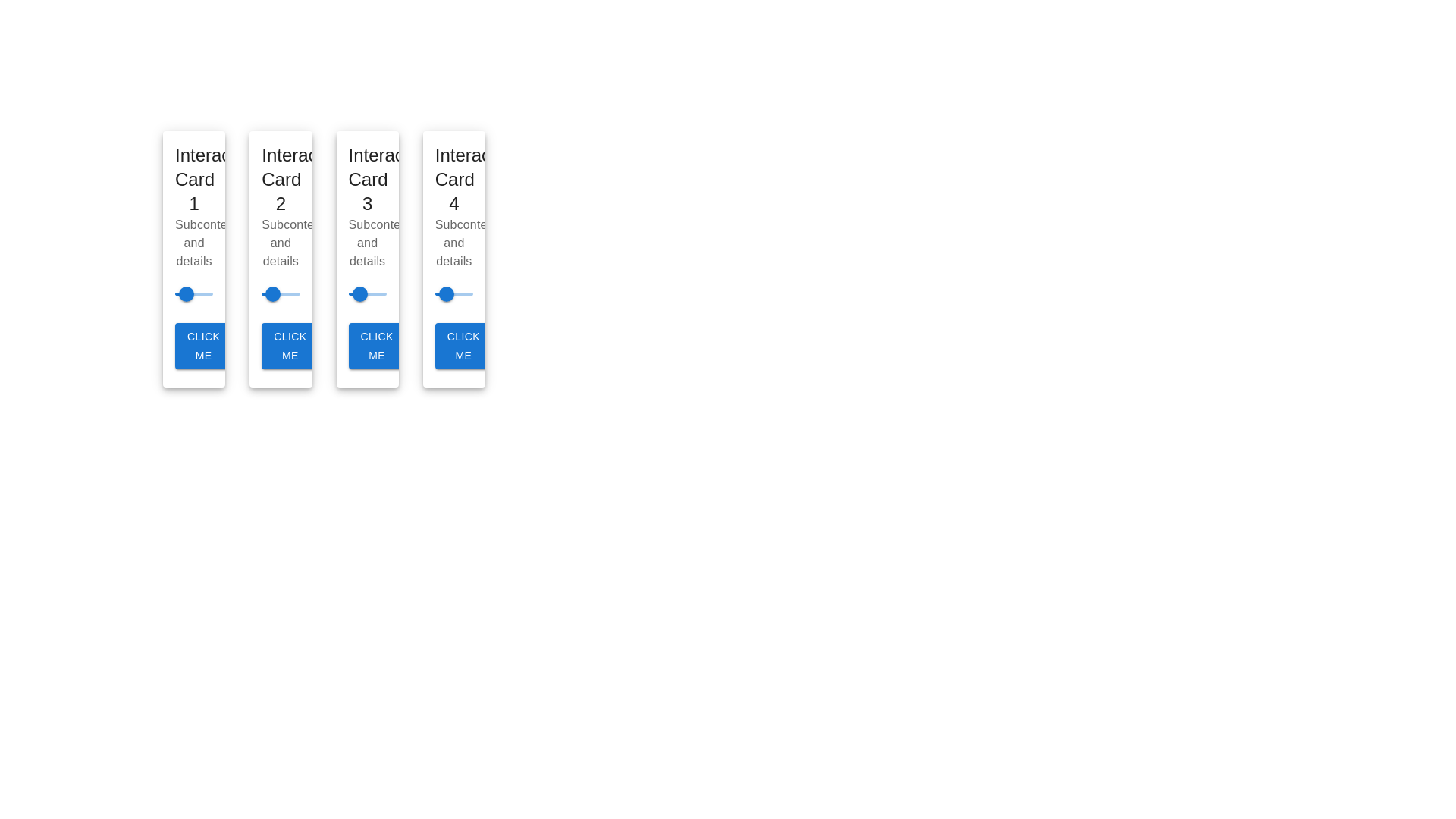 This screenshot has width=1456, height=819. I want to click on the slider value, so click(322, 294).